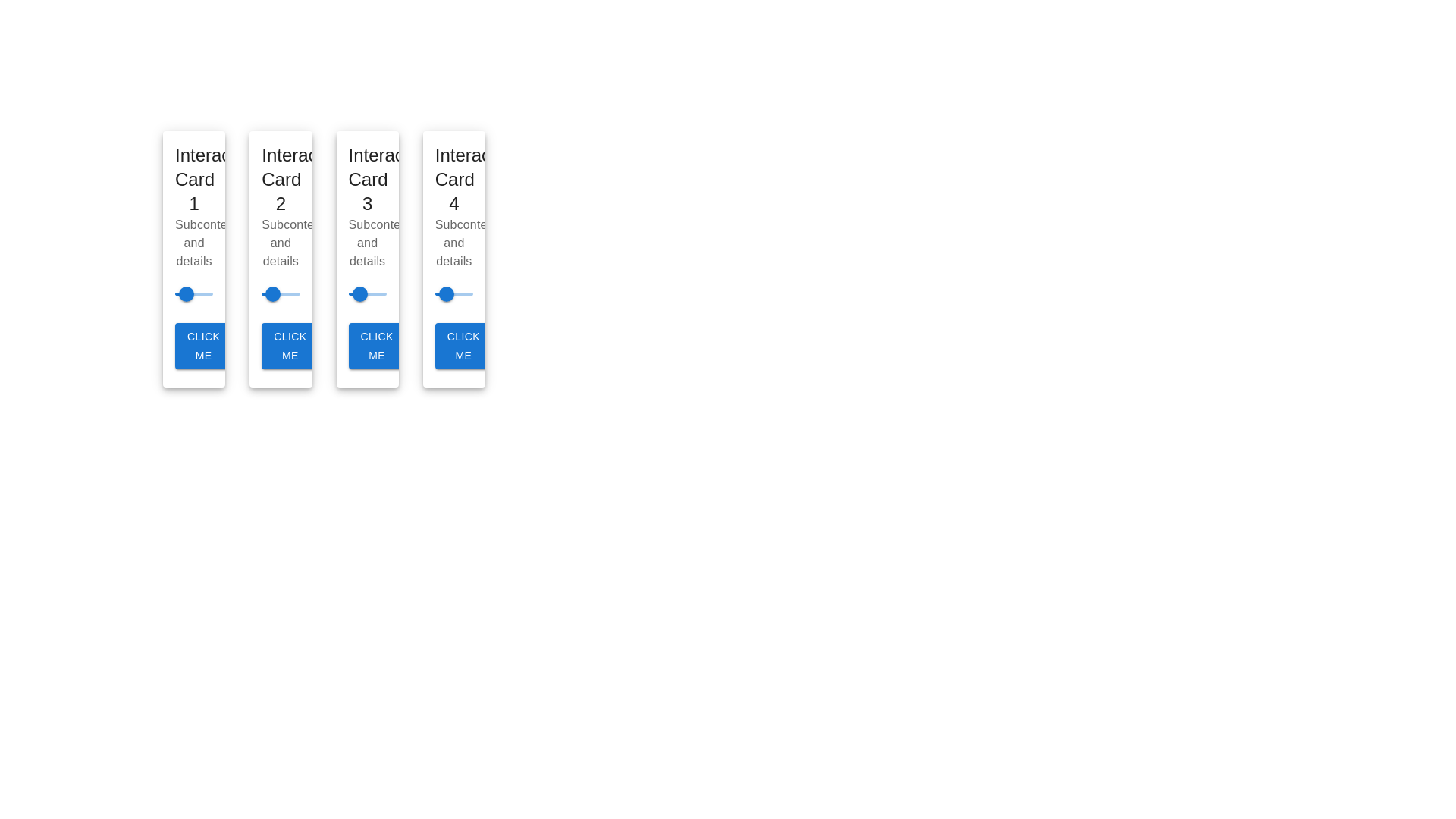 This screenshot has width=1456, height=819. I want to click on the slider value, so click(322, 294).